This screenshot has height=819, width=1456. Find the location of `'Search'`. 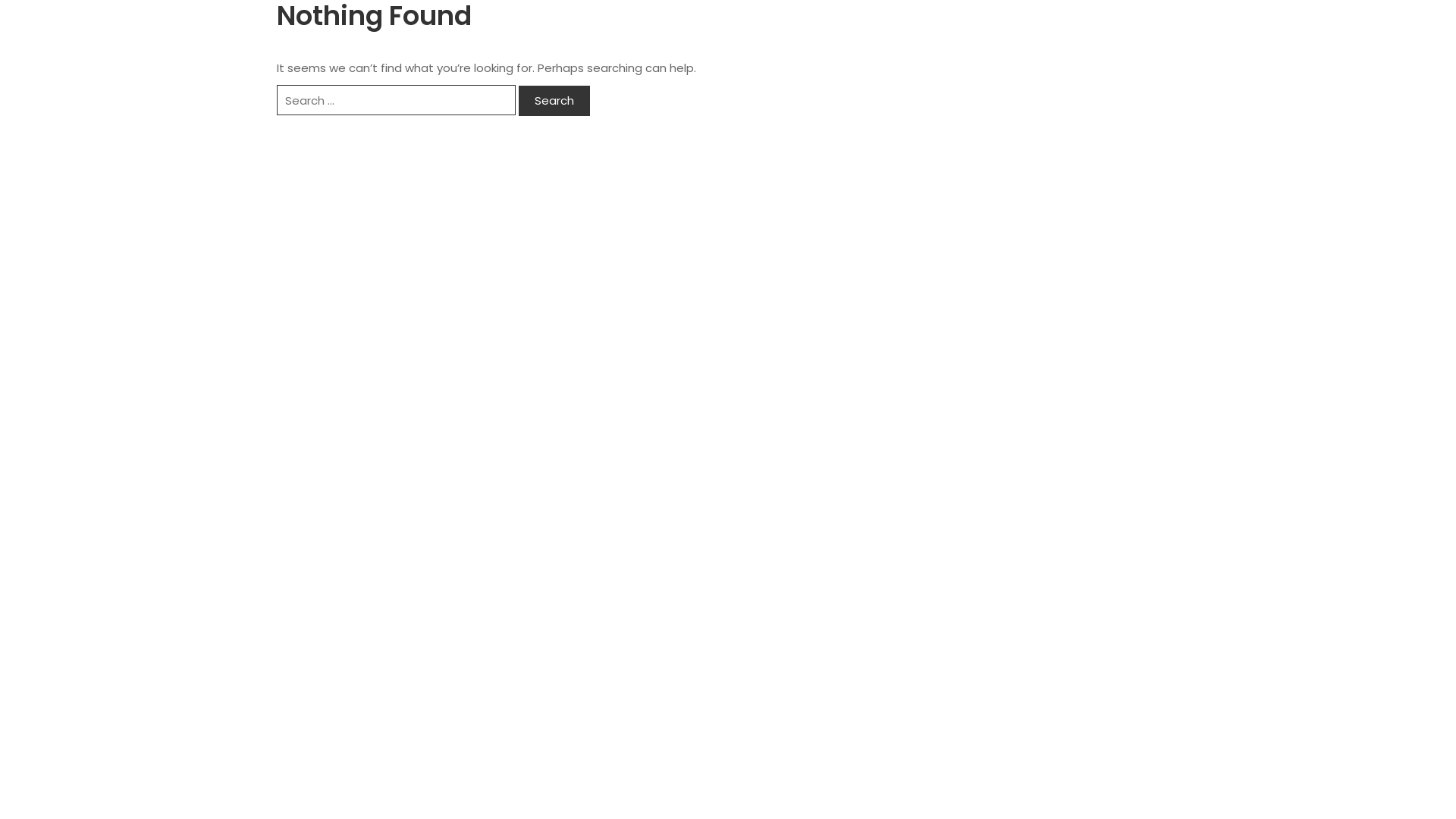

'Search' is located at coordinates (553, 99).